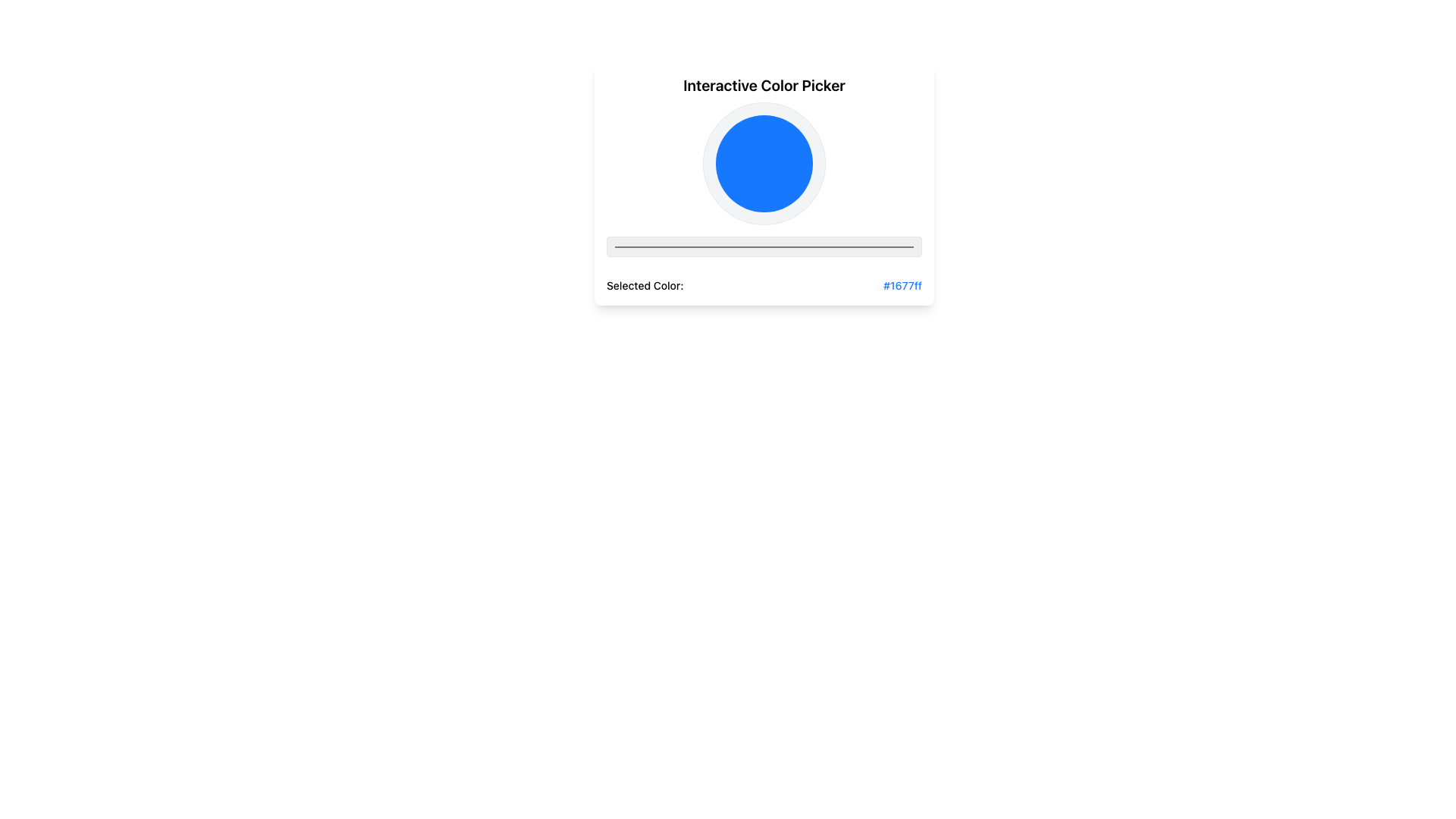 Image resolution: width=1456 pixels, height=819 pixels. What do you see at coordinates (902, 286) in the screenshot?
I see `the static text element that displays the currently selected color's hexadecimal code, located to the right of the 'Selected Color:' label` at bounding box center [902, 286].